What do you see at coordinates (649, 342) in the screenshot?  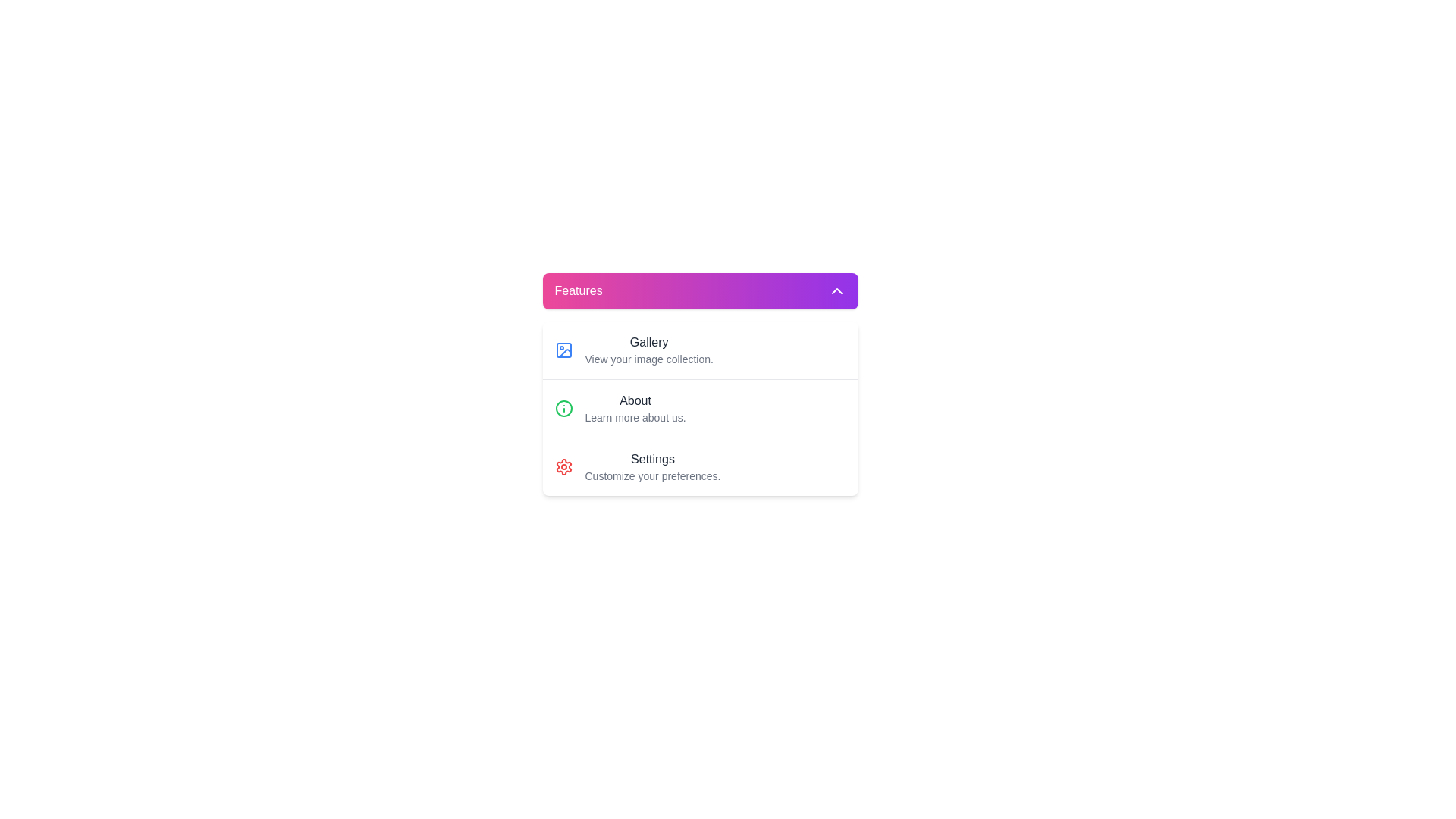 I see `the 'Gallery' text label, which is a medium-sized, dark gray label positioned at the top of the dropdown menu under 'Features'` at bounding box center [649, 342].